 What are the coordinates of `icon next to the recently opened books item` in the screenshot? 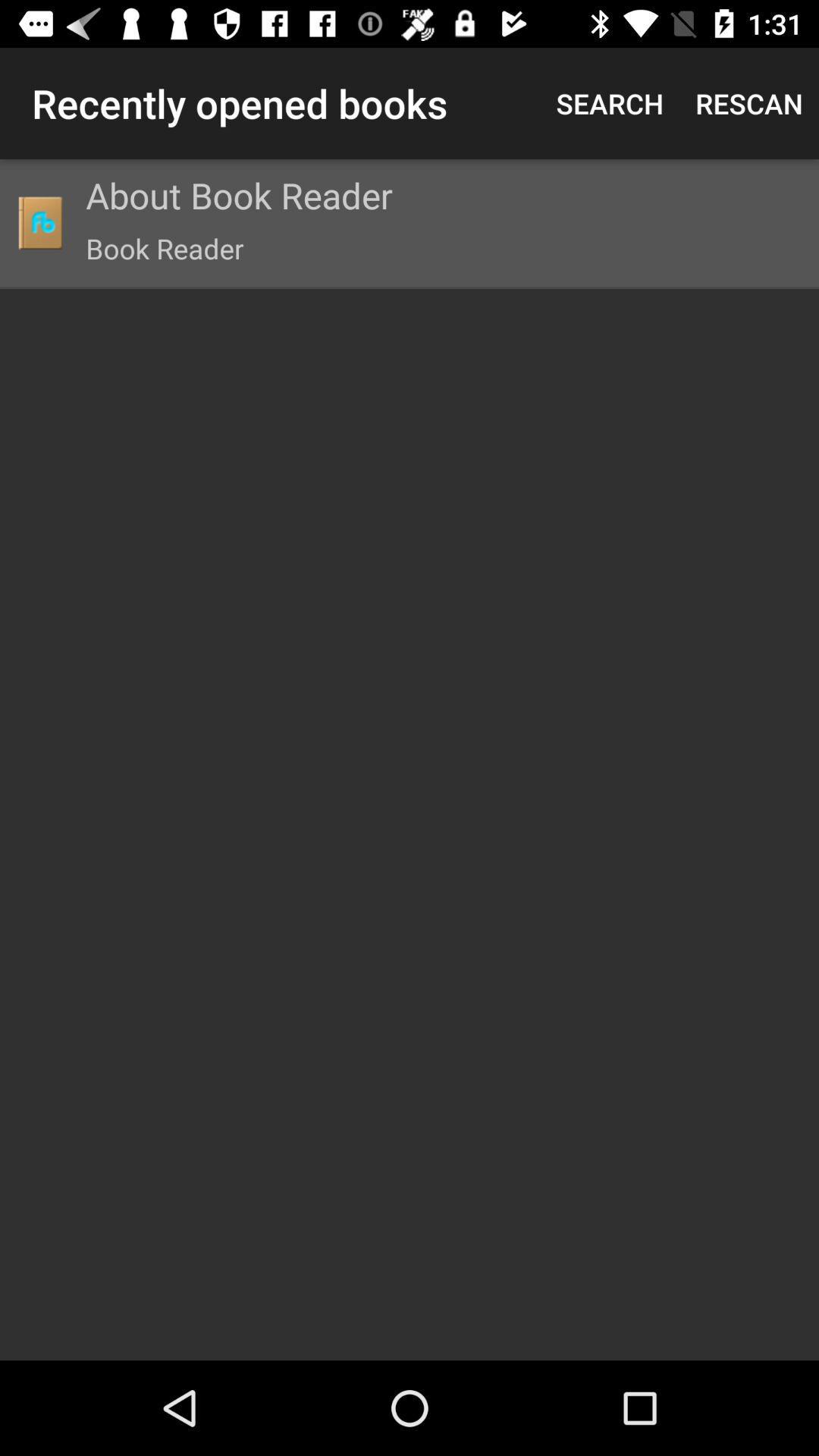 It's located at (609, 102).